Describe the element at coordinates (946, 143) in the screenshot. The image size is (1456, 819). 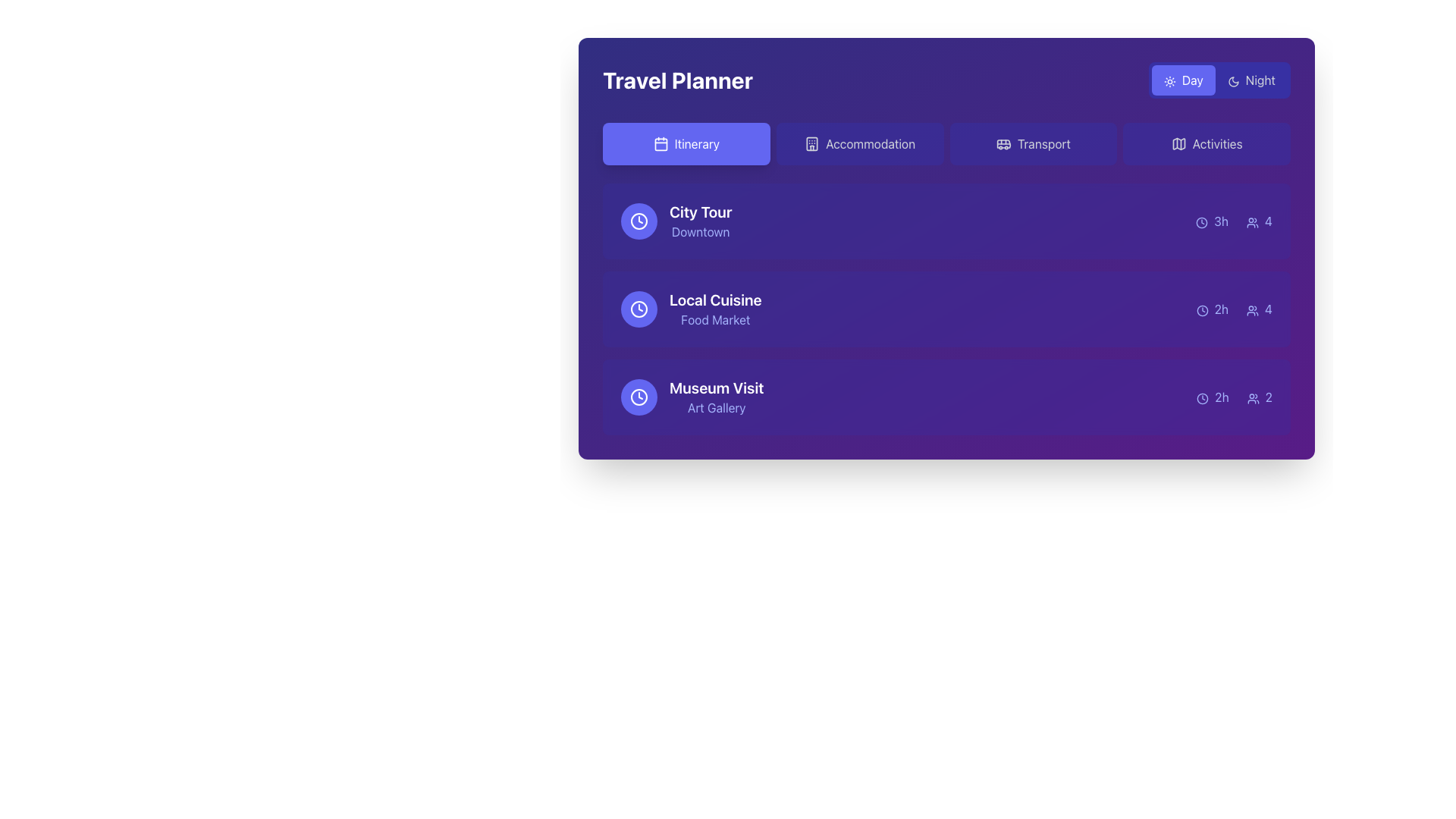
I see `the Navigation tab selector button` at that location.